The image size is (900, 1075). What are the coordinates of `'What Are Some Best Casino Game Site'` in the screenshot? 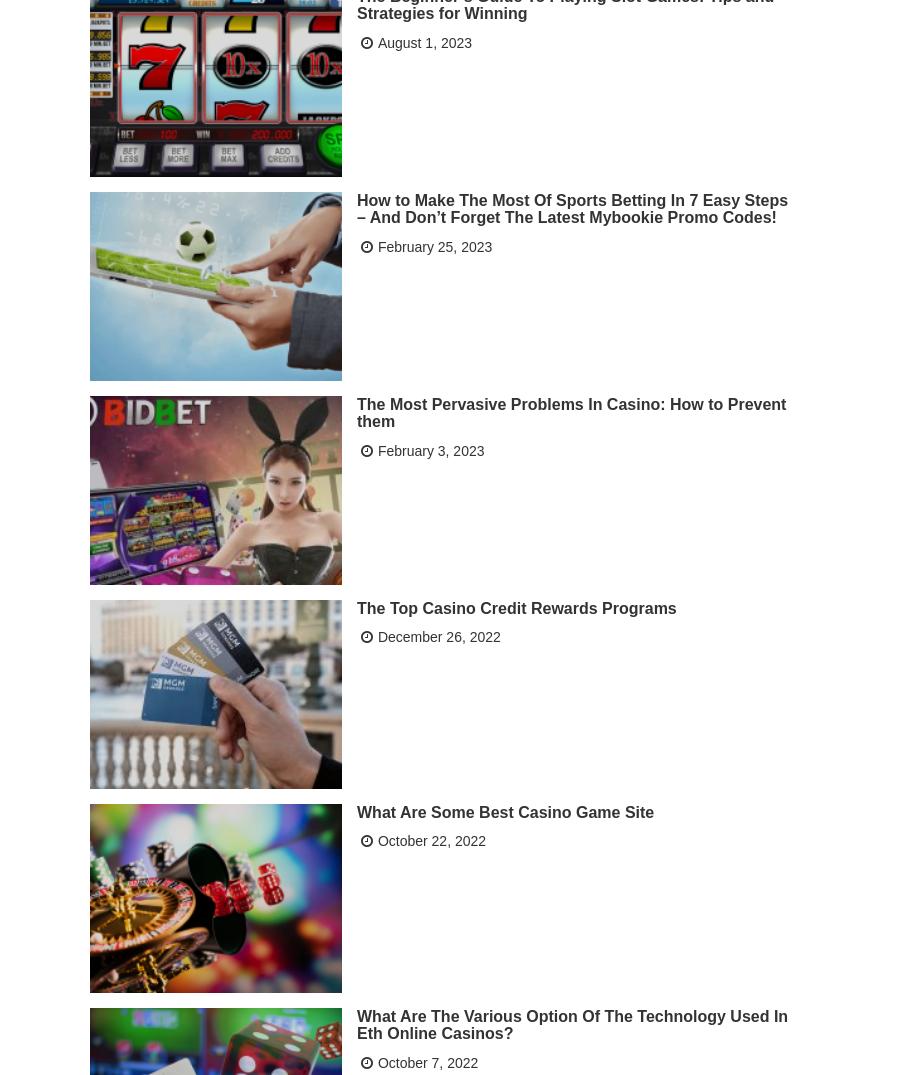 It's located at (504, 809).